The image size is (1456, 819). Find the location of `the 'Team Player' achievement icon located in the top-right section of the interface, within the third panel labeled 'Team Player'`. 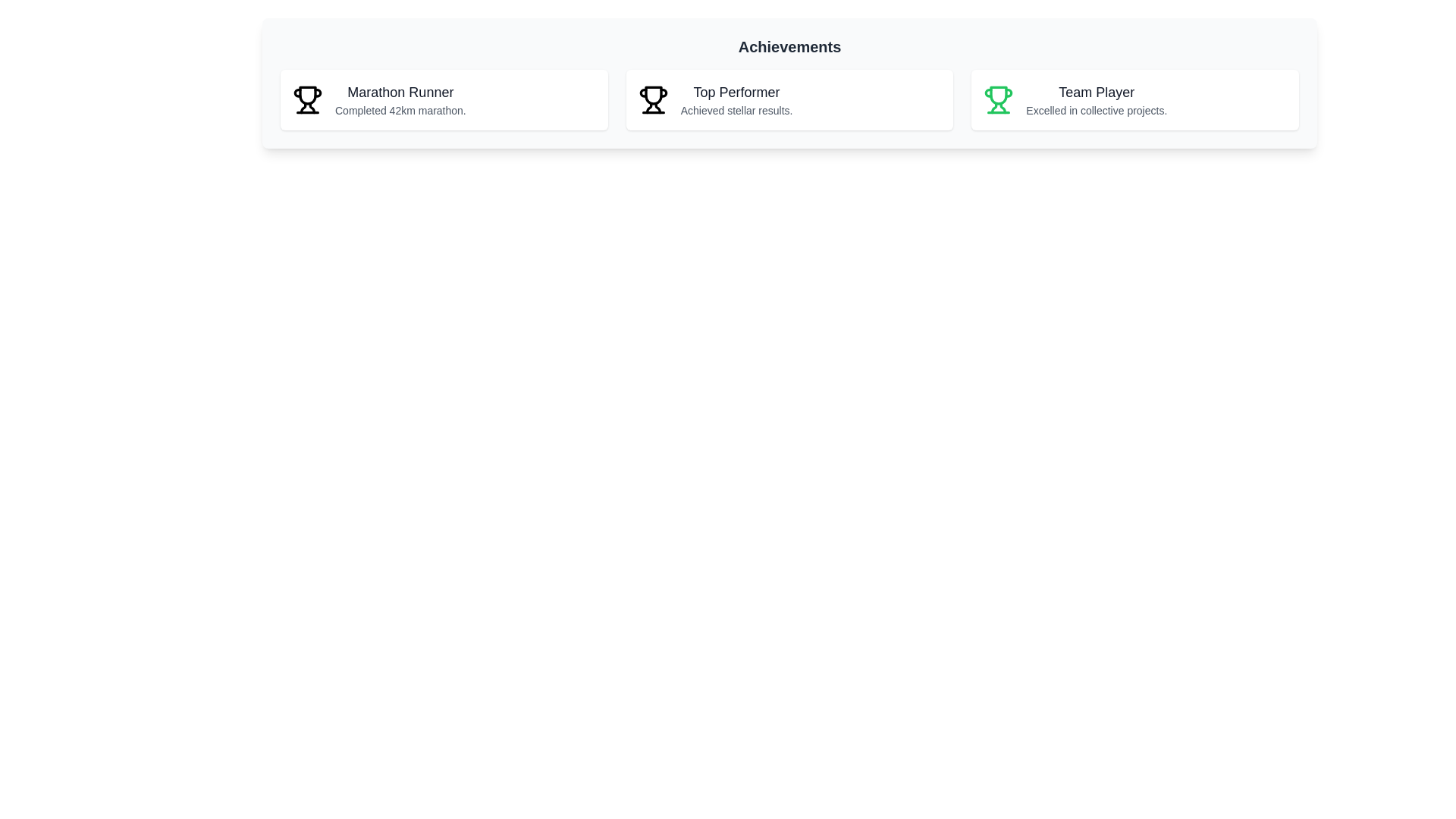

the 'Team Player' achievement icon located in the top-right section of the interface, within the third panel labeled 'Team Player' is located at coordinates (999, 99).